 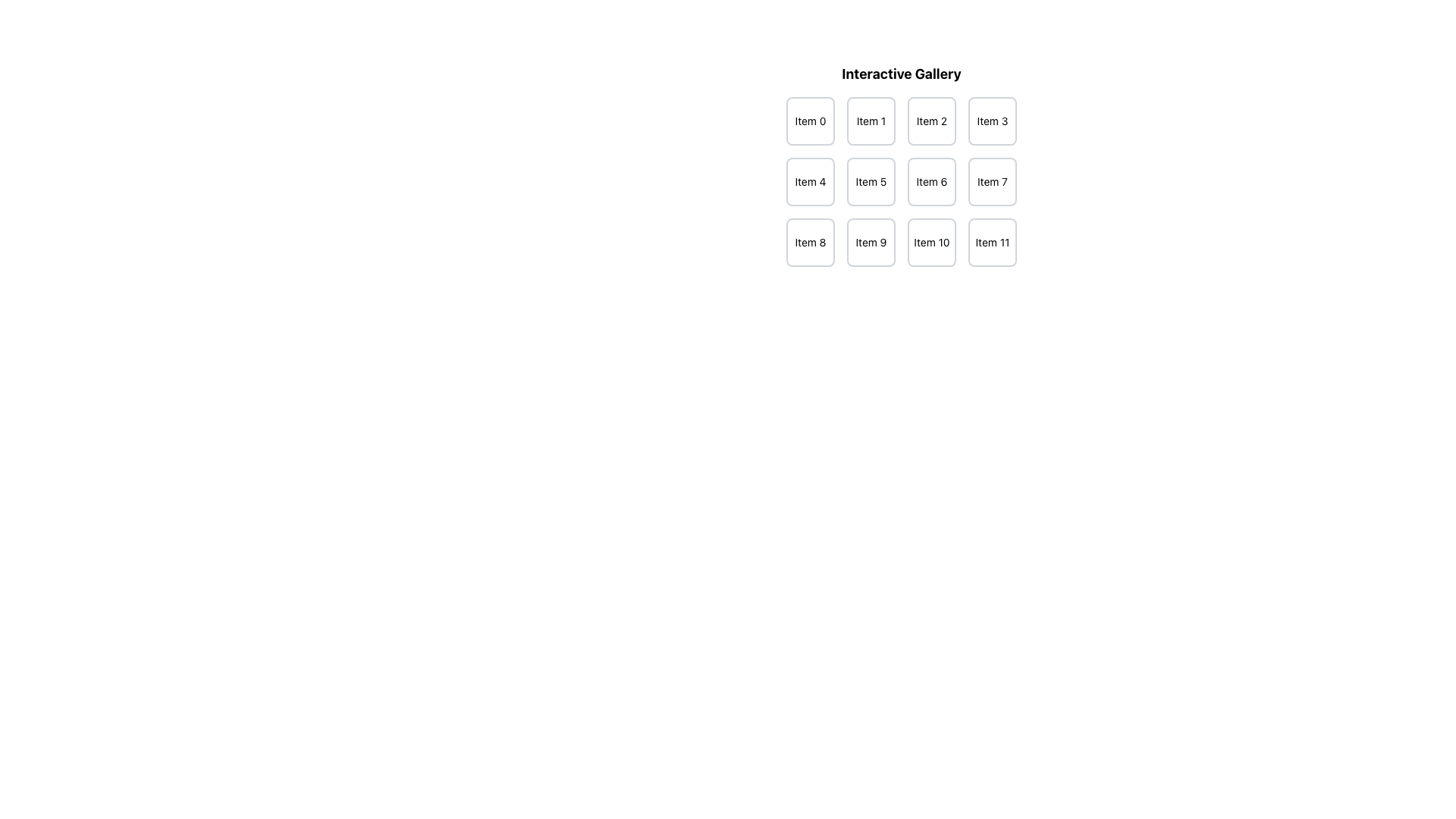 I want to click on the square-shaped interactive tile labeled 'Item 8', so click(x=810, y=242).